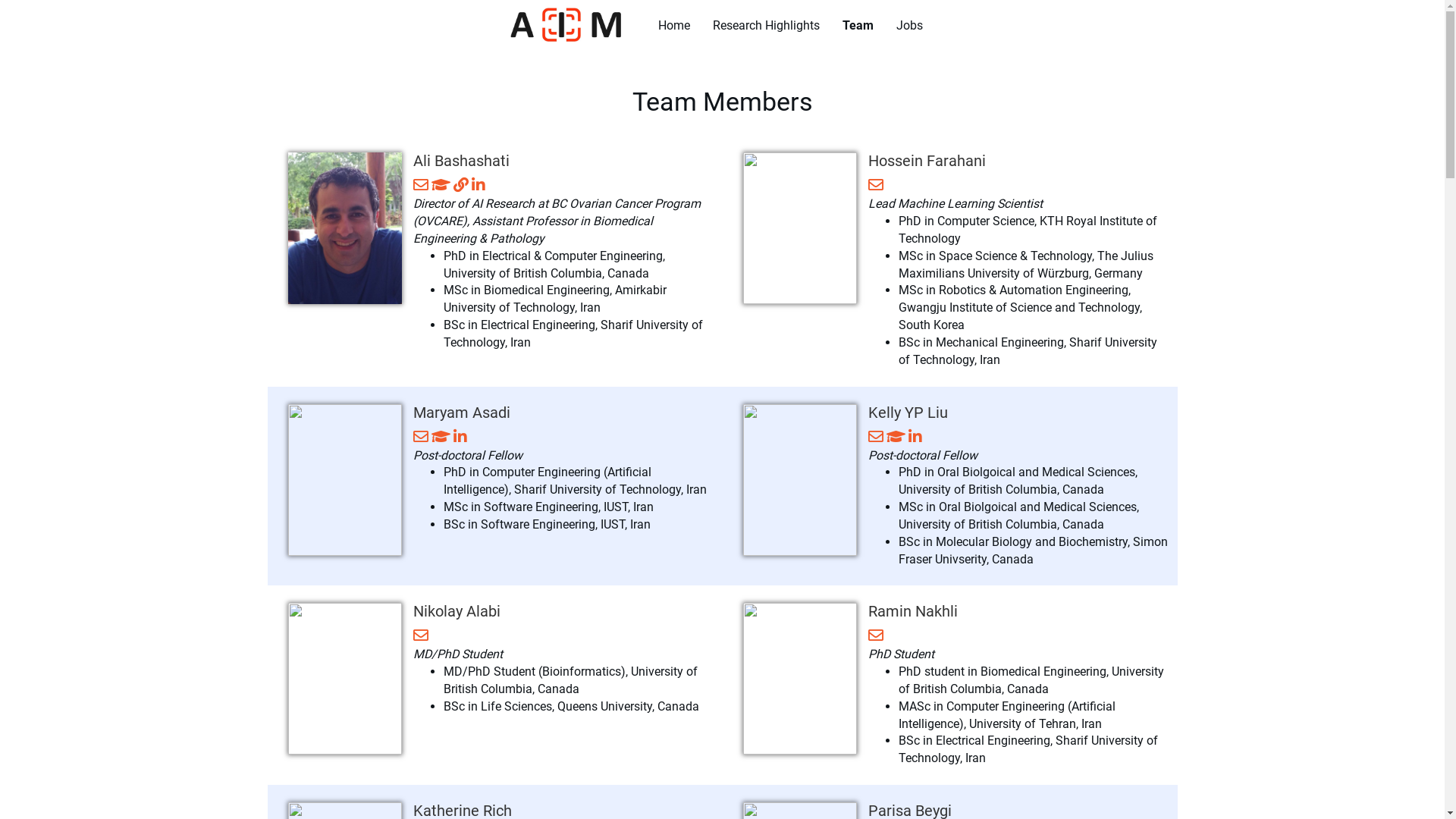 The width and height of the screenshot is (1456, 819). Describe the element at coordinates (909, 26) in the screenshot. I see `'Jobs'` at that location.